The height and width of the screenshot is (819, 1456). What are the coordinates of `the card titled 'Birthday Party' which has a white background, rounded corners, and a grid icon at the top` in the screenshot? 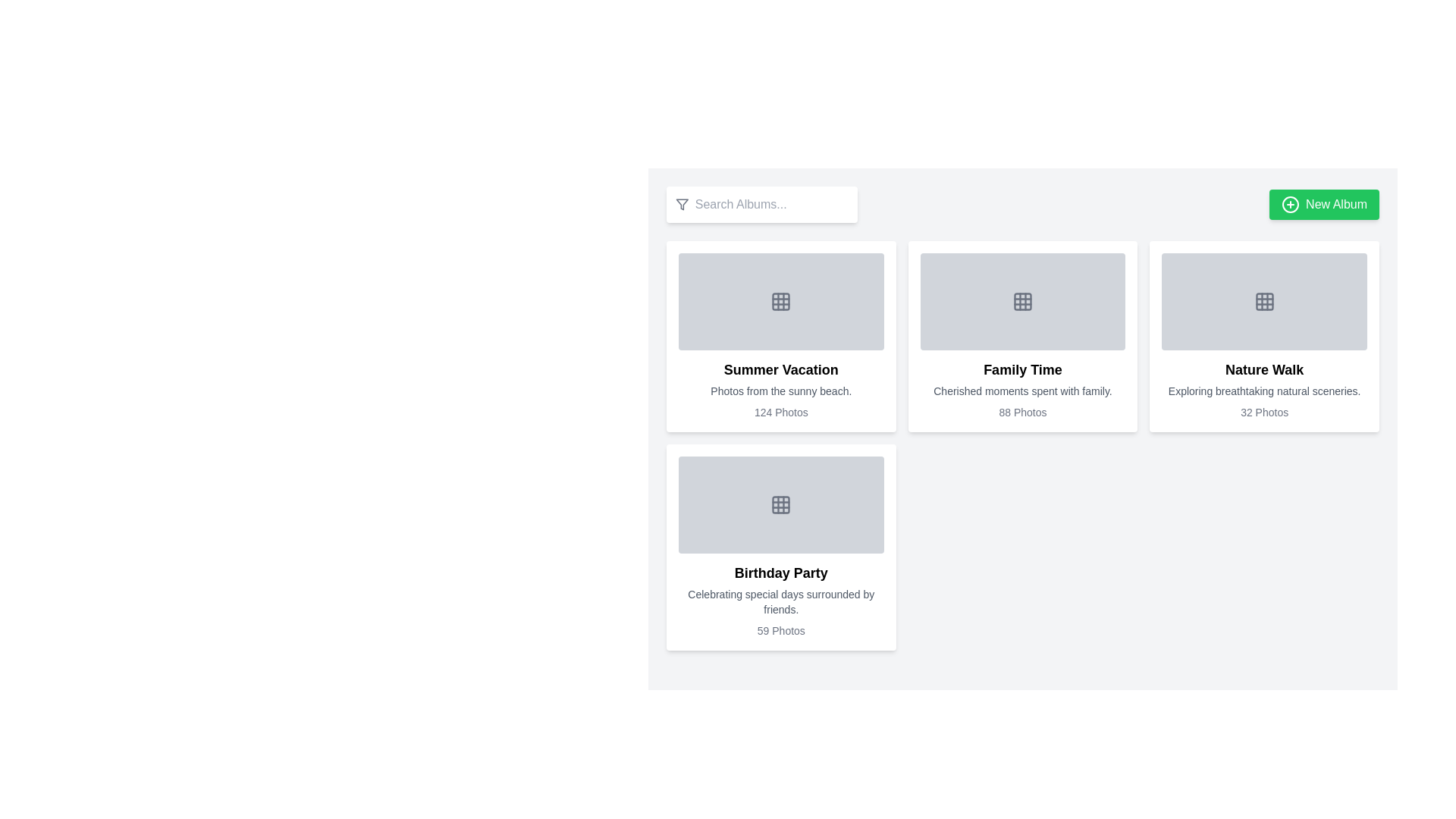 It's located at (781, 547).